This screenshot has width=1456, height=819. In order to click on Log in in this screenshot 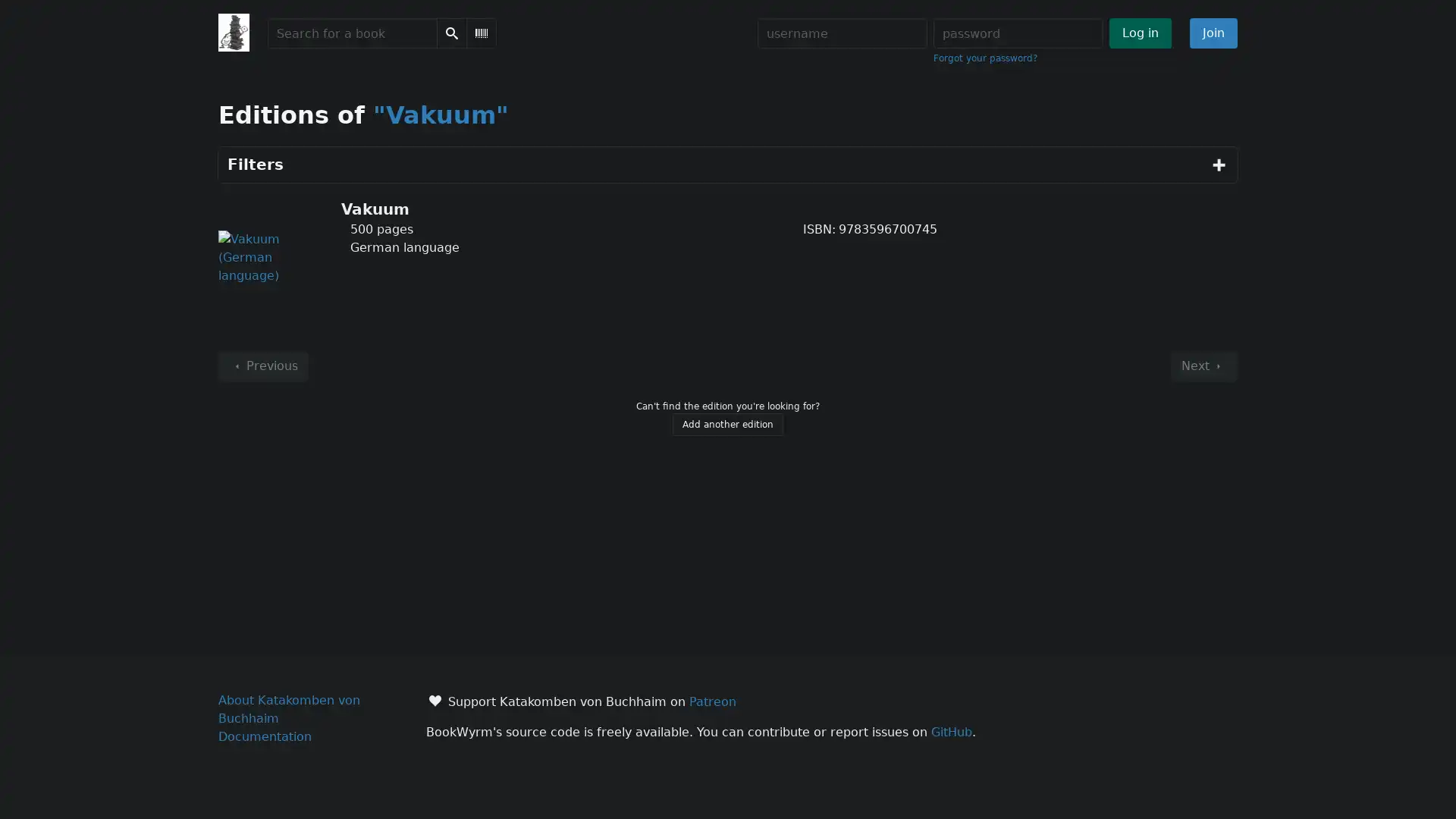, I will do `click(1139, 33)`.